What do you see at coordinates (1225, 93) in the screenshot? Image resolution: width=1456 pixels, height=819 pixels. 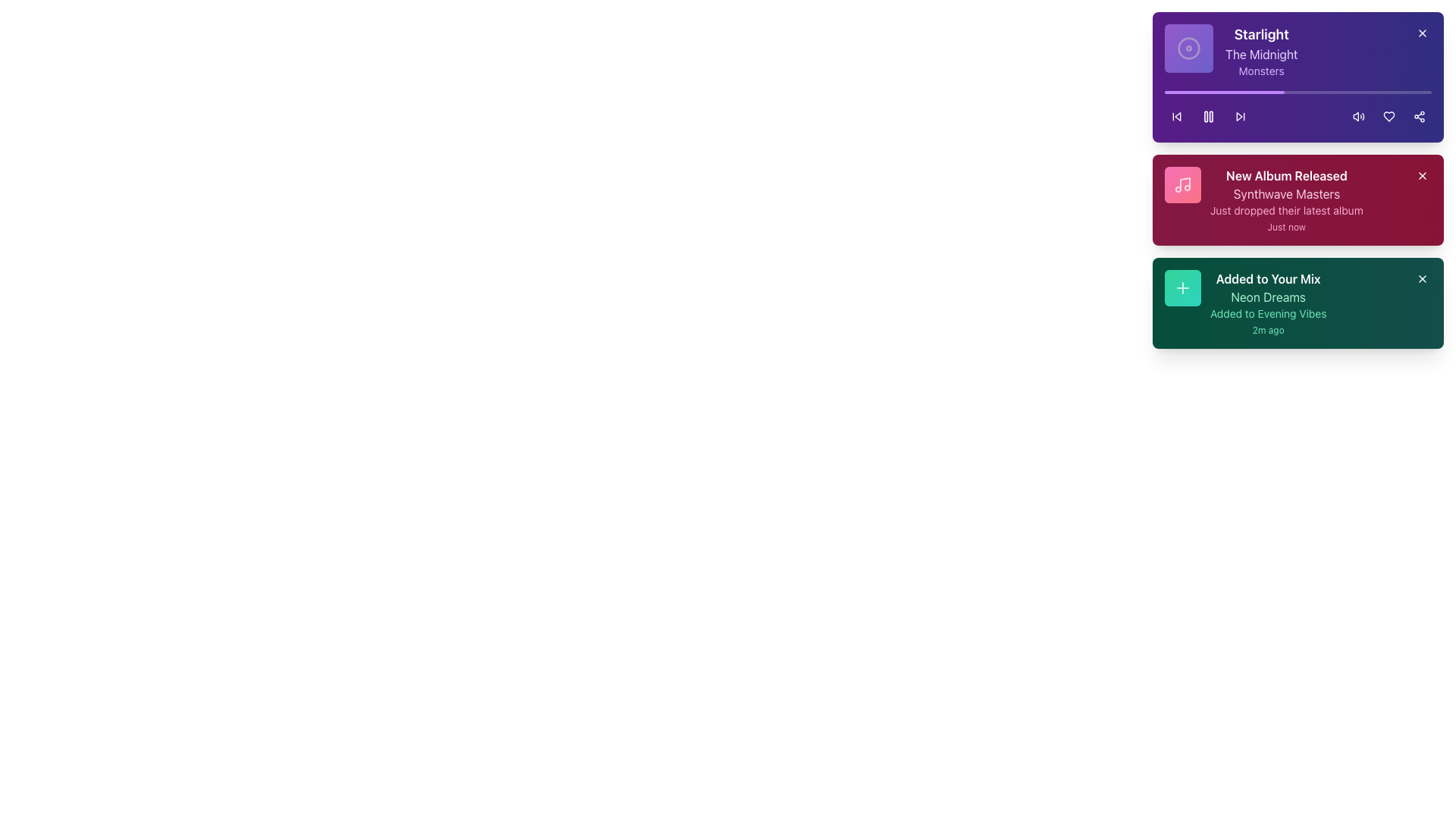 I see `the progress bar located in the top card of the three stacked cards on the right side of the interface, just under the title 'Starlight' and above the playback controls` at bounding box center [1225, 93].